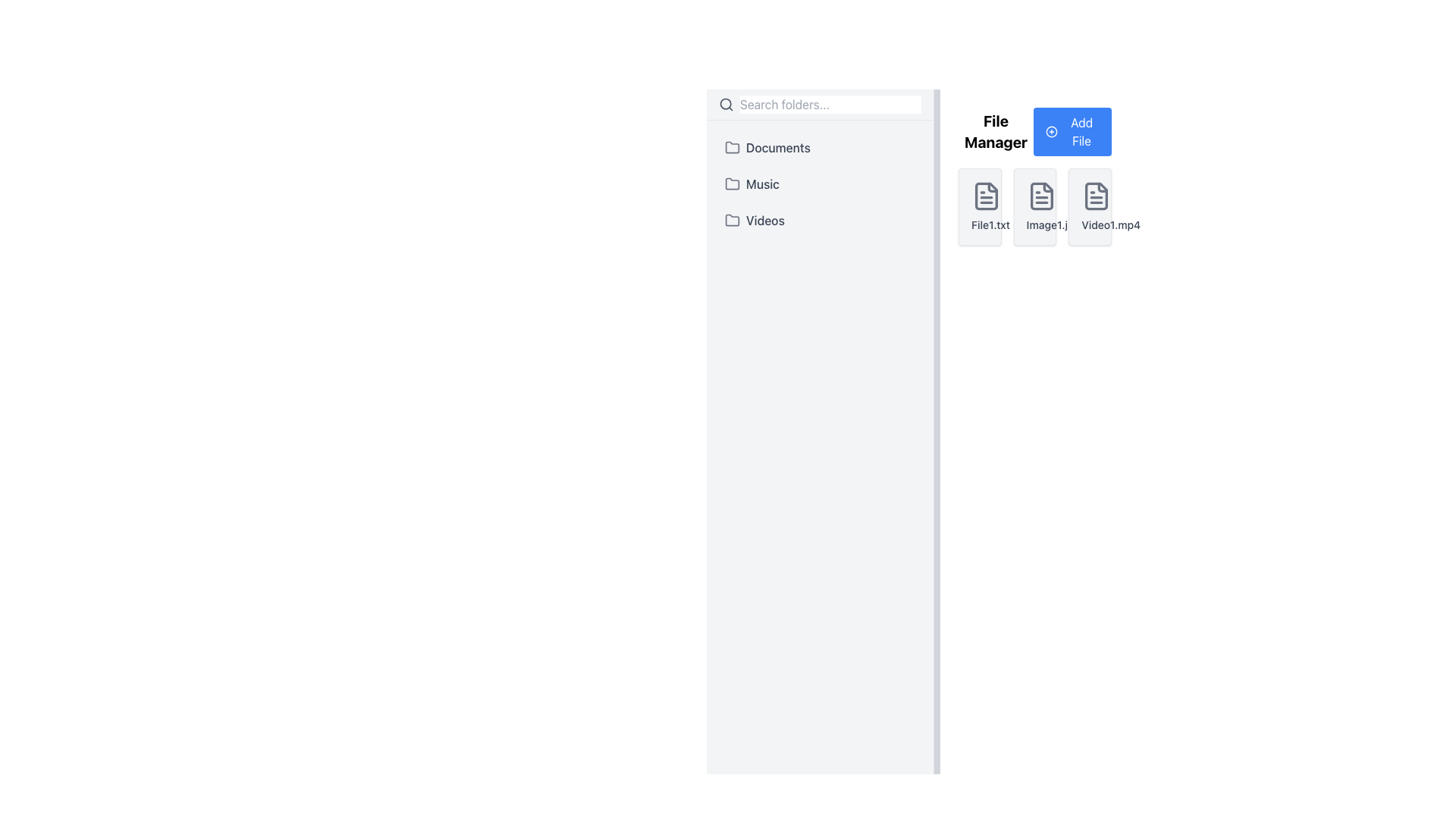 This screenshot has height=819, width=1456. What do you see at coordinates (732, 148) in the screenshot?
I see `the folder icon located to the left of the 'Documents' label, which is styled in gray and has a rectangular shape with curved corners` at bounding box center [732, 148].